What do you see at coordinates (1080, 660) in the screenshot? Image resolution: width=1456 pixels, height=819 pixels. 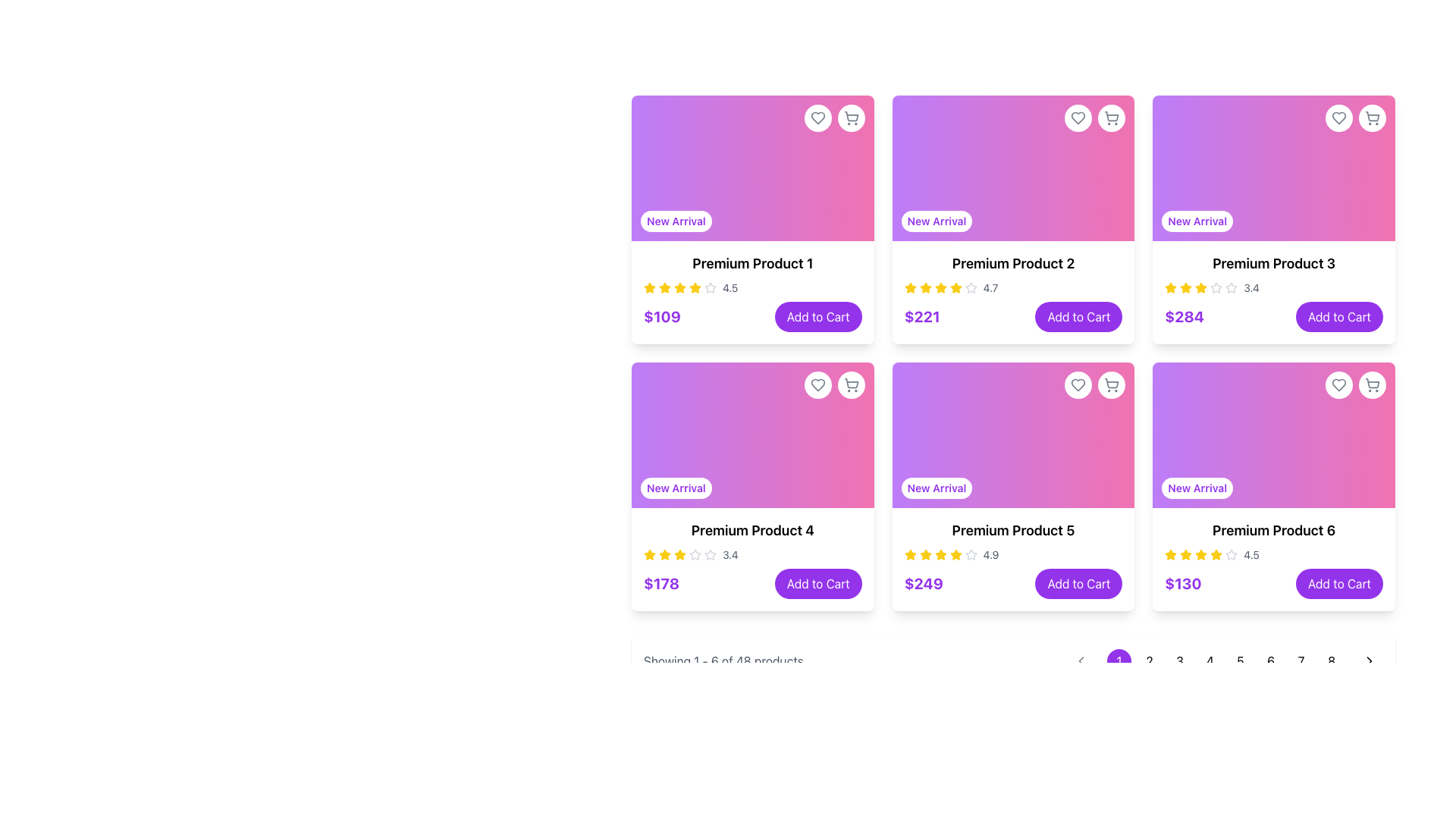 I see `the left navigation button (Chevron Icon) located to the immediate left of the active page number indicator in the pagination component` at bounding box center [1080, 660].